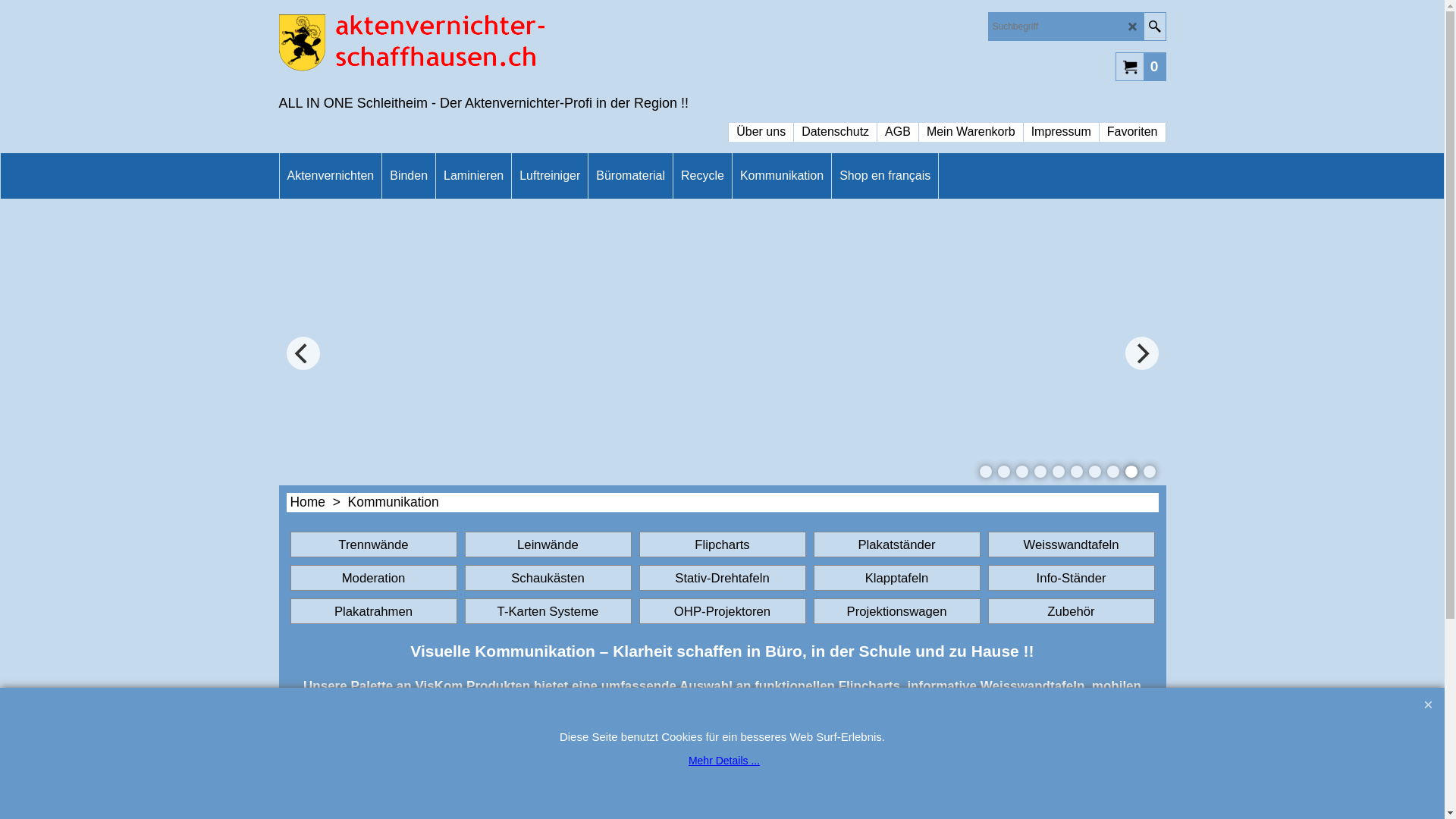 This screenshot has width=1456, height=819. I want to click on 'Mein Warenkorb', so click(971, 124).